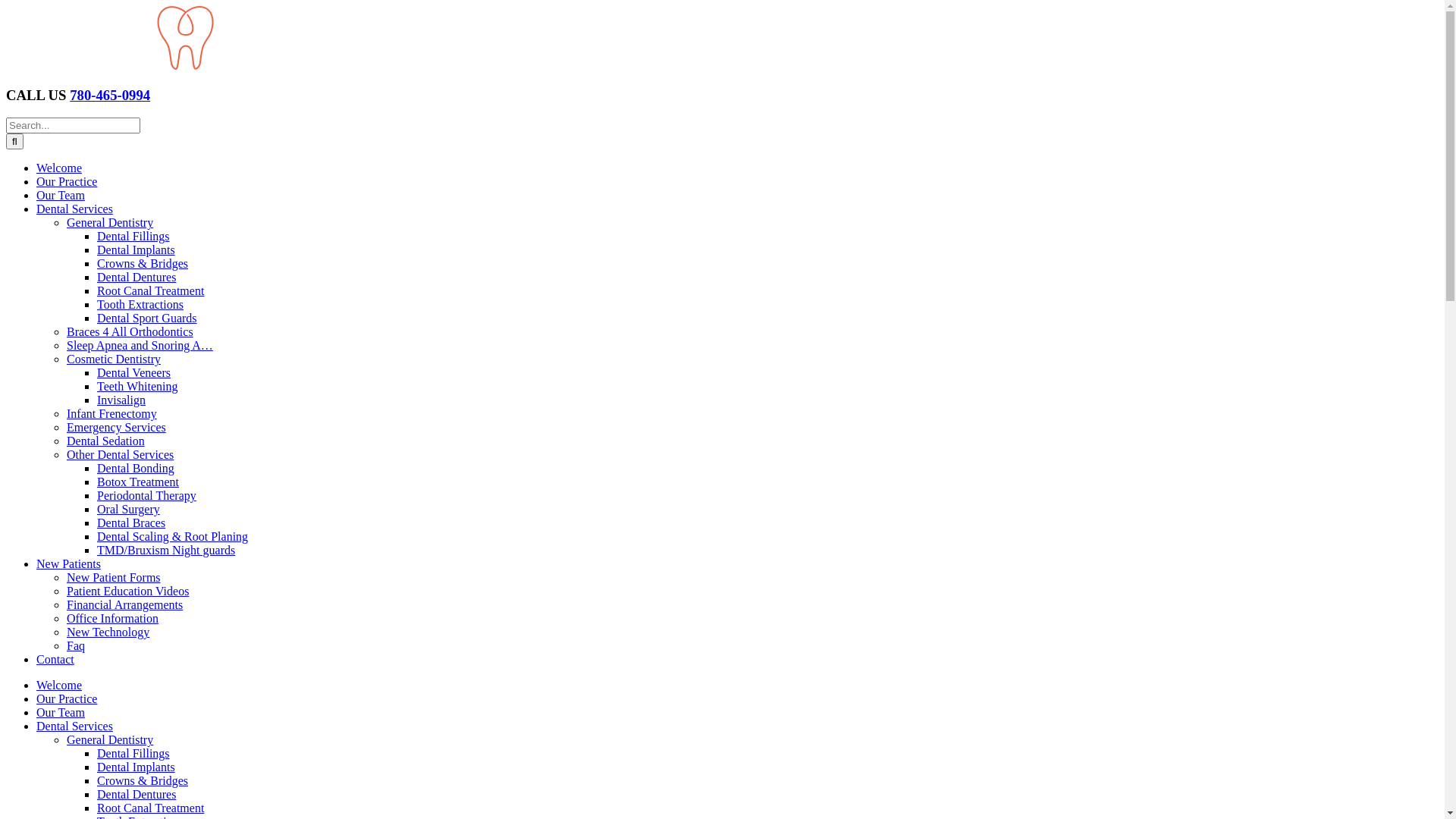 This screenshot has height=819, width=1456. Describe the element at coordinates (115, 427) in the screenshot. I see `'Emergency Services'` at that location.